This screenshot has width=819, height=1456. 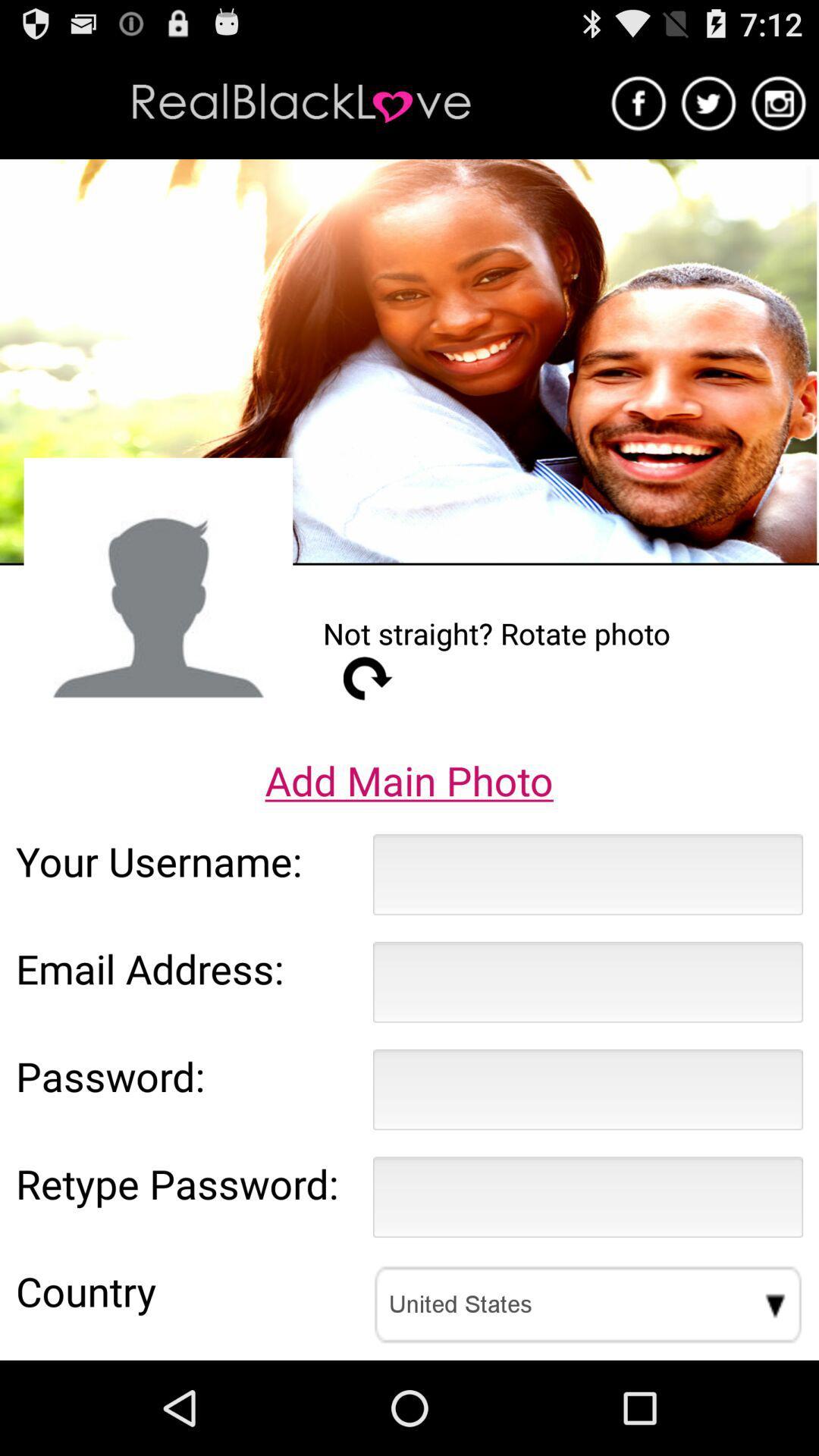 What do you see at coordinates (158, 591) in the screenshot?
I see `the item above add main photo item` at bounding box center [158, 591].